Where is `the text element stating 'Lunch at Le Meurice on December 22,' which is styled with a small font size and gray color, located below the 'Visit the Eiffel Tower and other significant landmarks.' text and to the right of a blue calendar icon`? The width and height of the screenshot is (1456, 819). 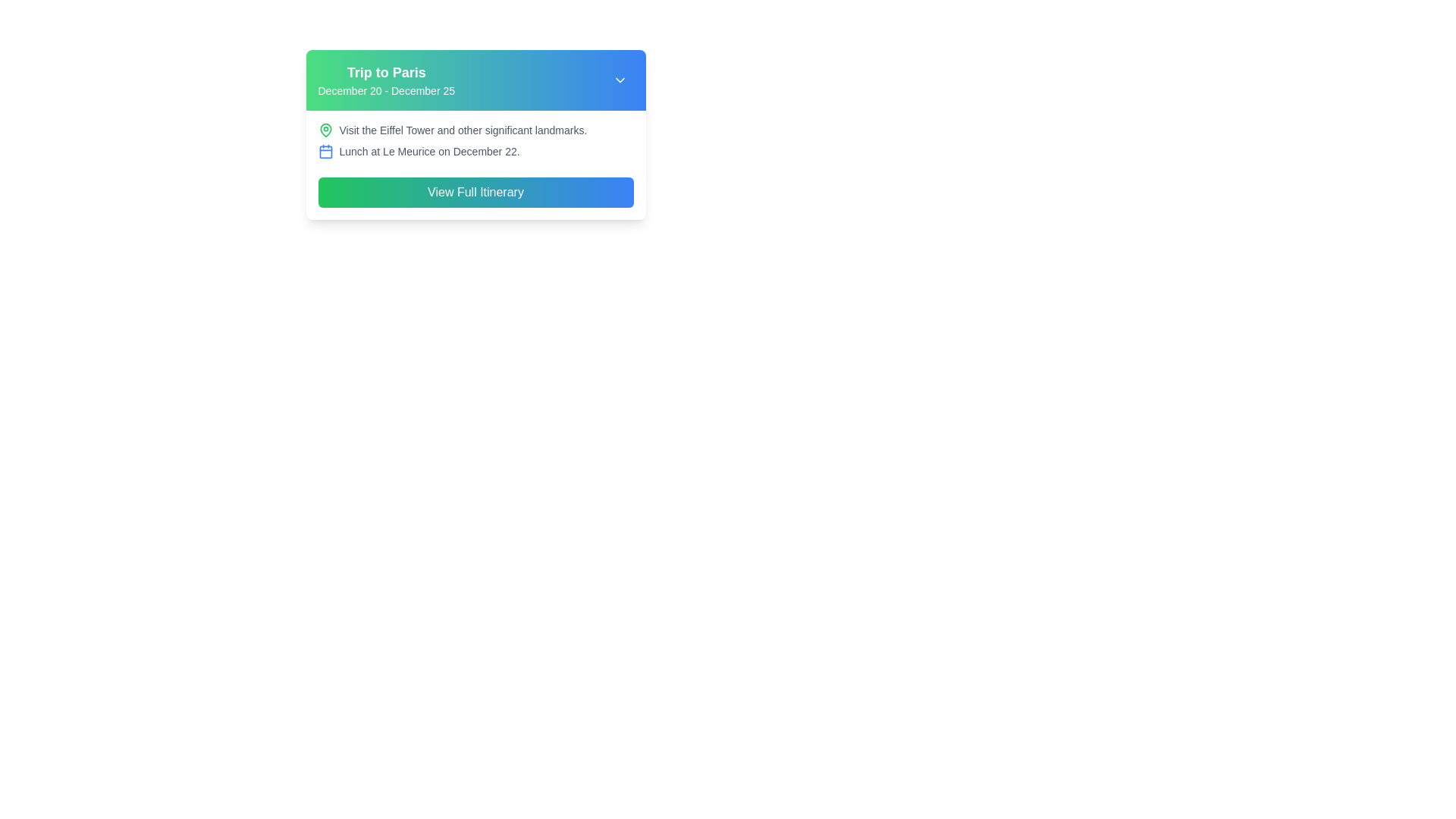 the text element stating 'Lunch at Le Meurice on December 22,' which is styled with a small font size and gray color, located below the 'Visit the Eiffel Tower and other significant landmarks.' text and to the right of a blue calendar icon is located at coordinates (428, 152).